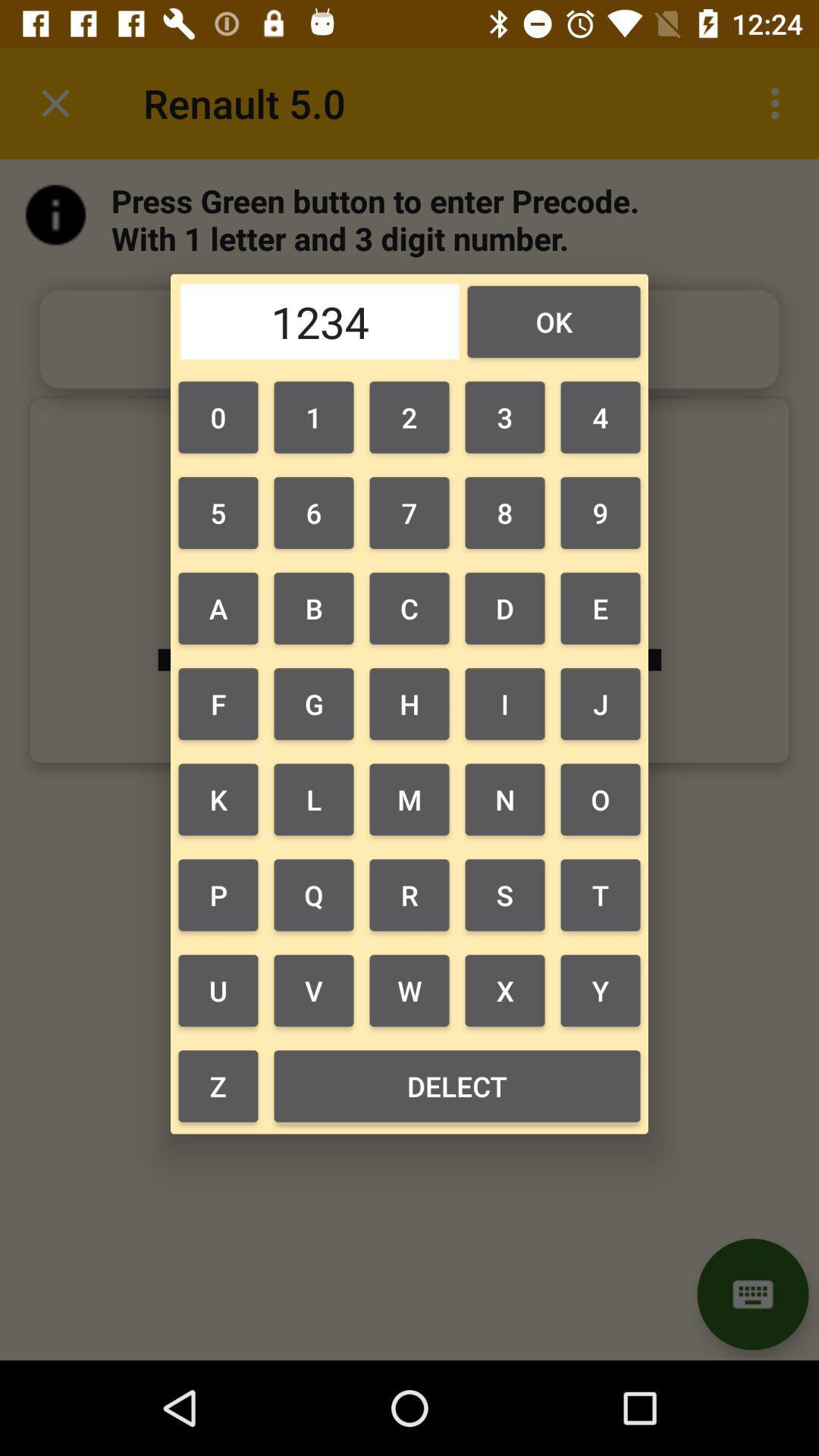 This screenshot has height=1456, width=819. What do you see at coordinates (218, 417) in the screenshot?
I see `button above 5 icon` at bounding box center [218, 417].